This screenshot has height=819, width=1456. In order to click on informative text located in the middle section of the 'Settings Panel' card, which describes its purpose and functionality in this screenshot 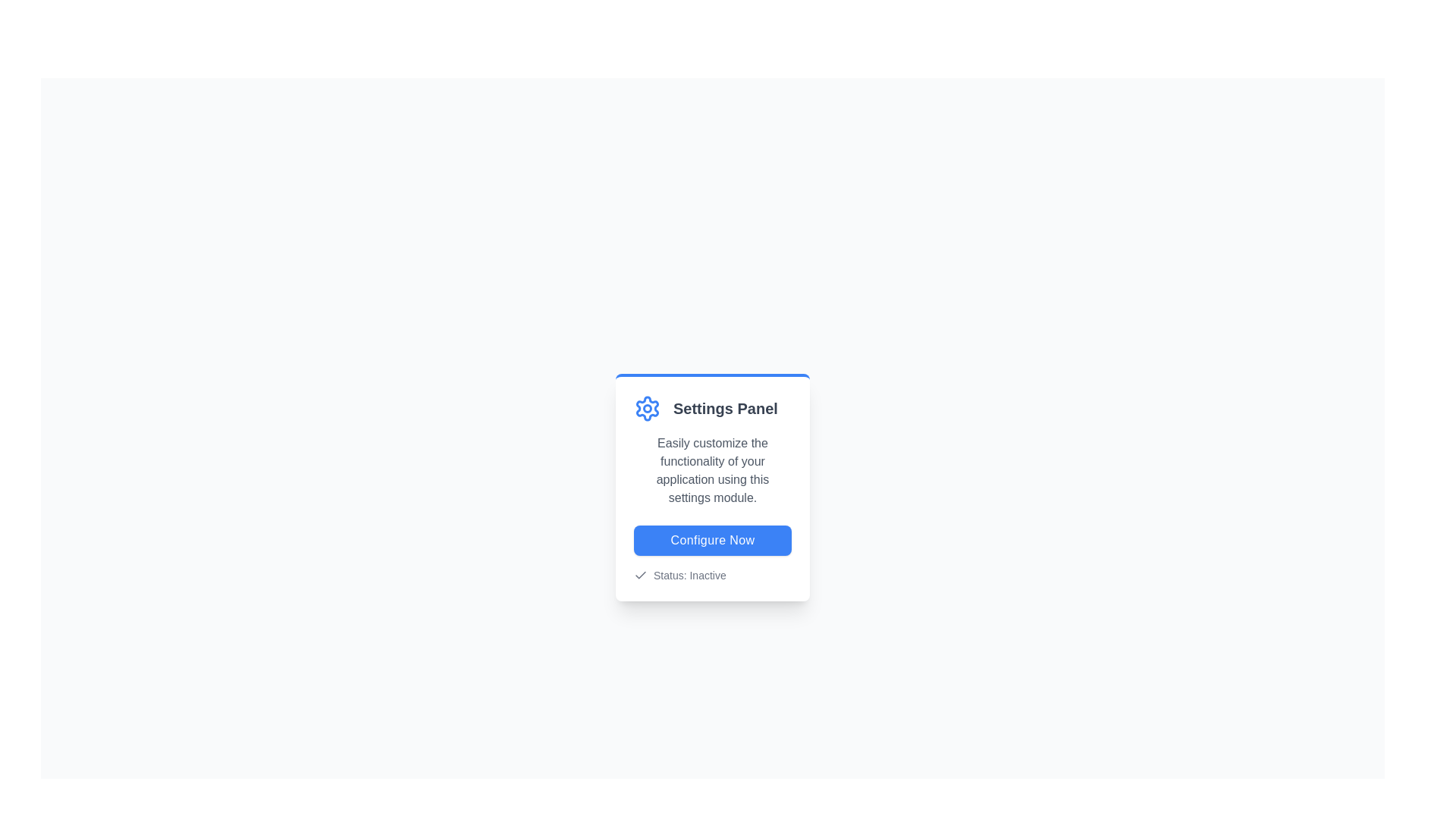, I will do `click(712, 470)`.